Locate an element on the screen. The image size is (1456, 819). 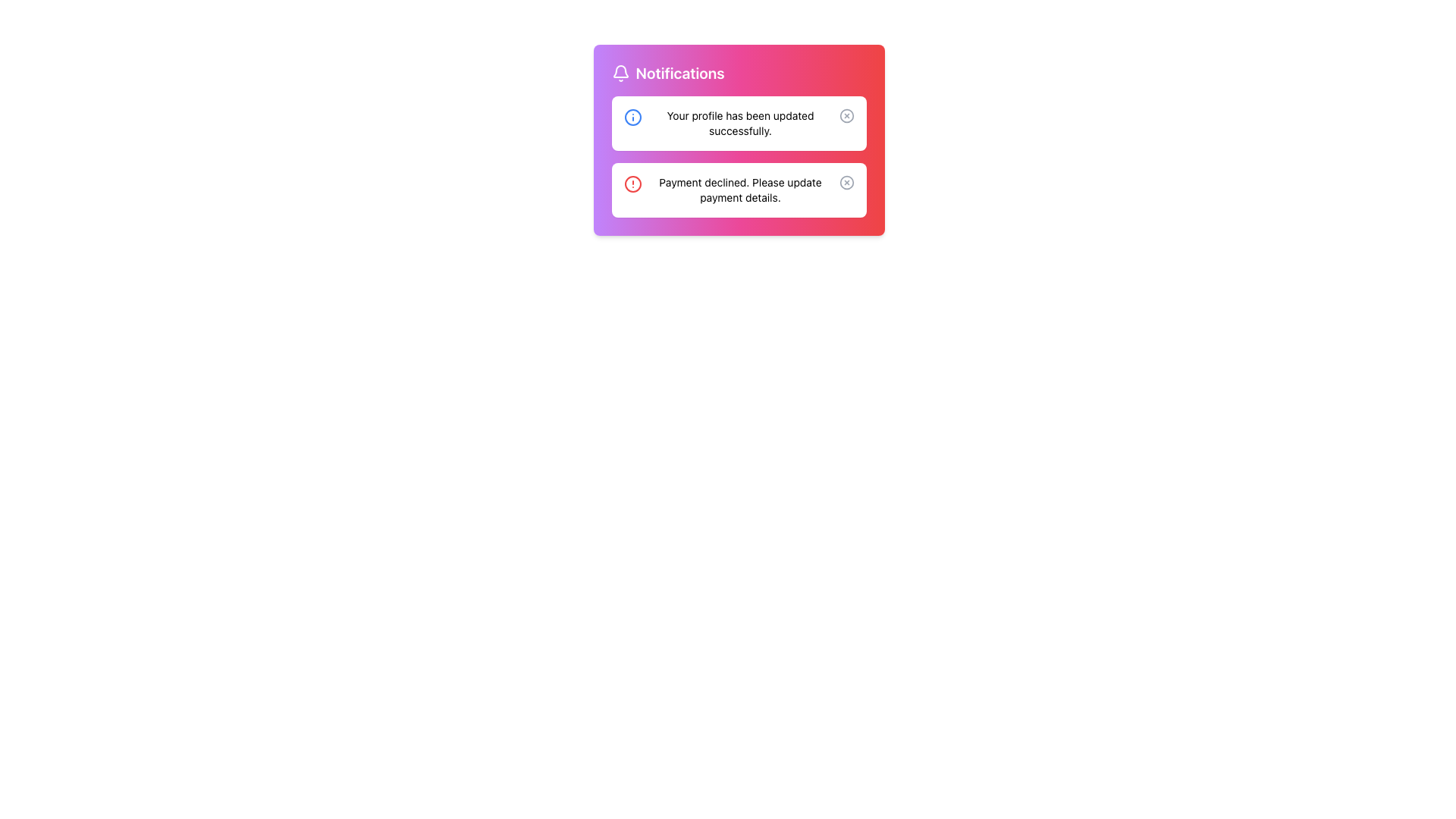
the circular close button for the second notification located at the top-right corner of the notification card is located at coordinates (846, 181).